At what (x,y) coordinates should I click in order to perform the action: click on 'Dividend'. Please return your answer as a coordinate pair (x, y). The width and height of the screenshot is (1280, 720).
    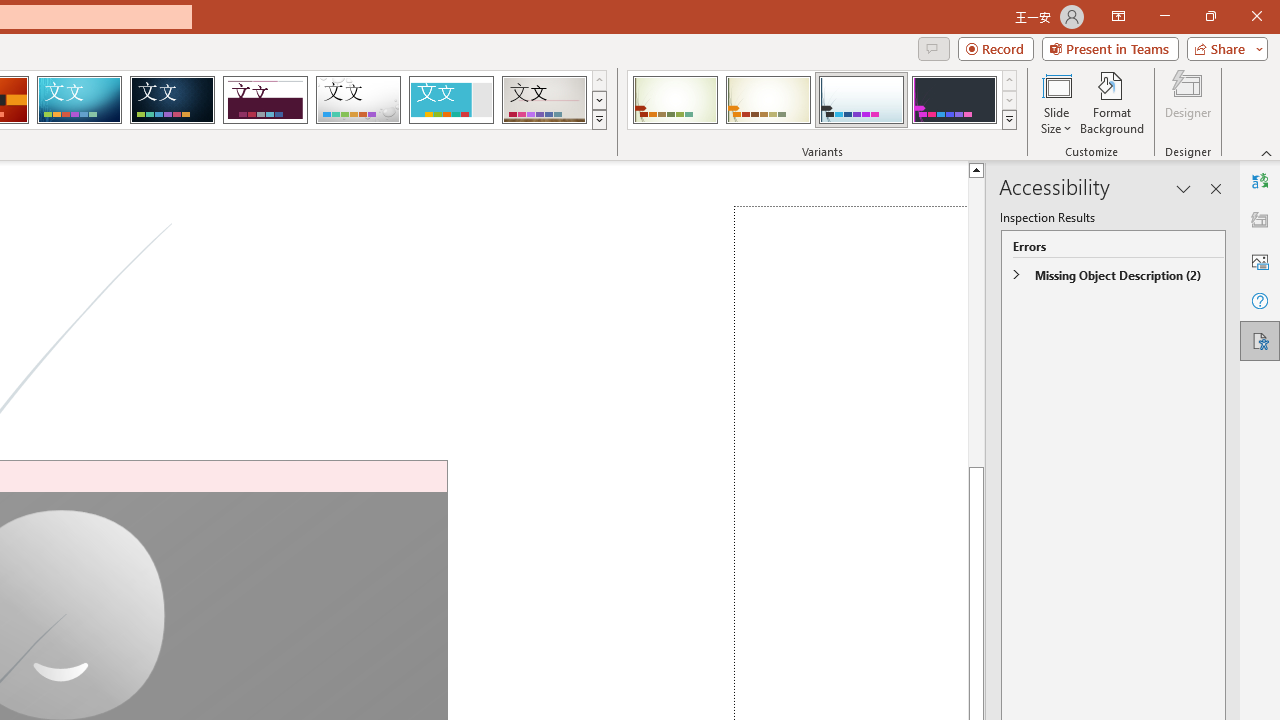
    Looking at the image, I should click on (264, 100).